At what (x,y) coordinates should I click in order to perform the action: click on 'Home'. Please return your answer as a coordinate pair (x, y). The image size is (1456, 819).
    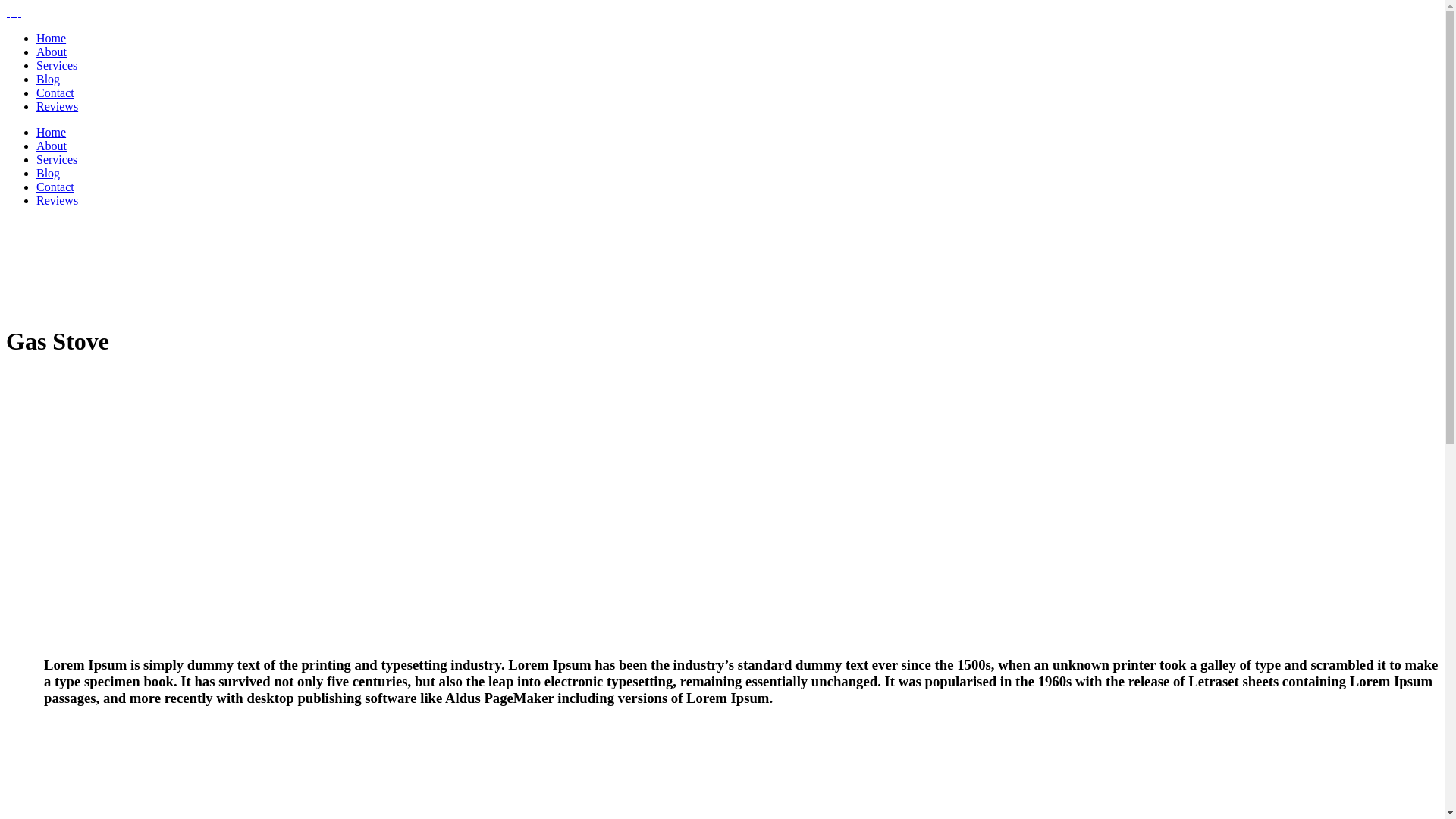
    Looking at the image, I should click on (51, 37).